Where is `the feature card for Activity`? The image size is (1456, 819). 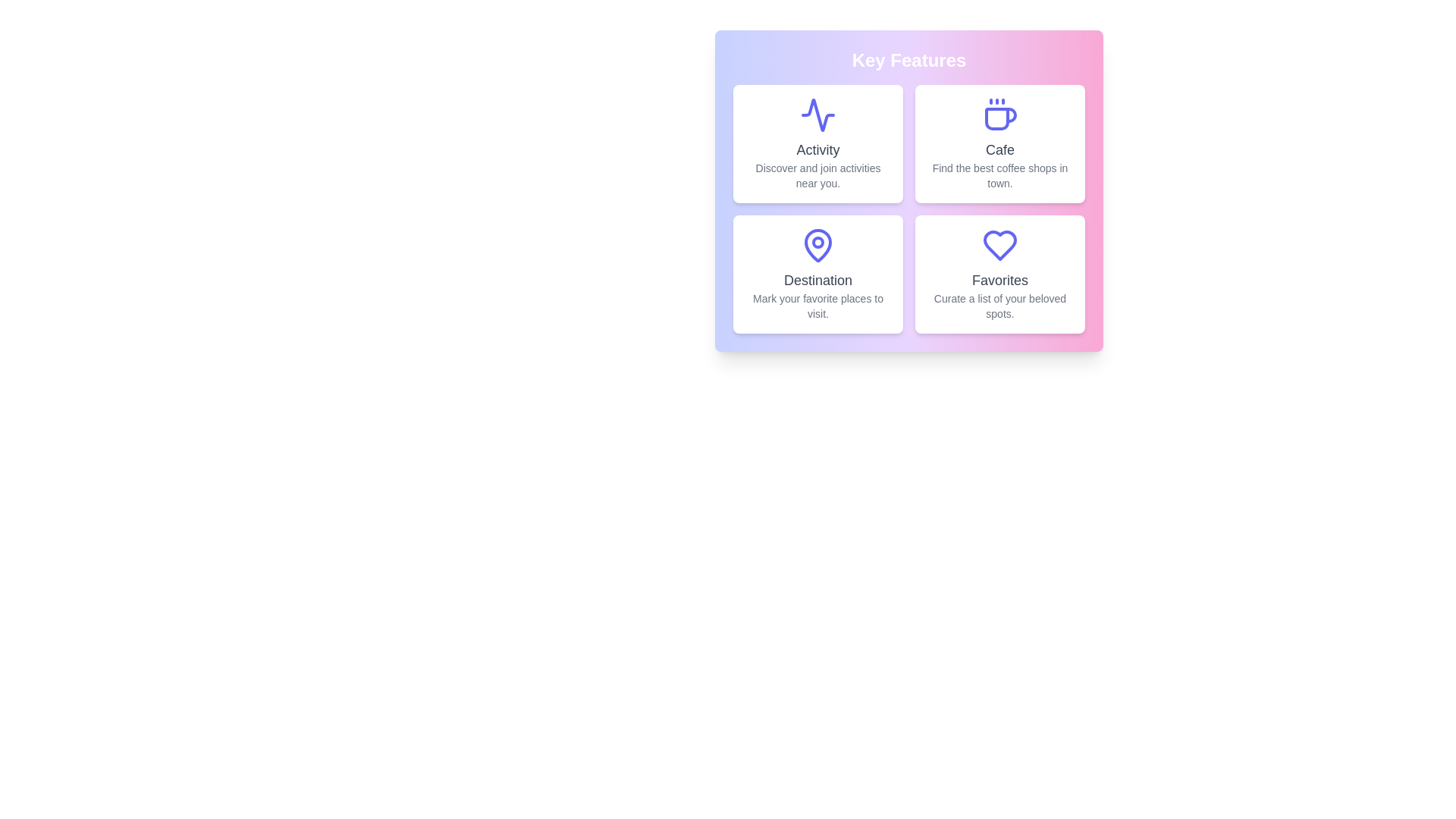
the feature card for Activity is located at coordinates (817, 143).